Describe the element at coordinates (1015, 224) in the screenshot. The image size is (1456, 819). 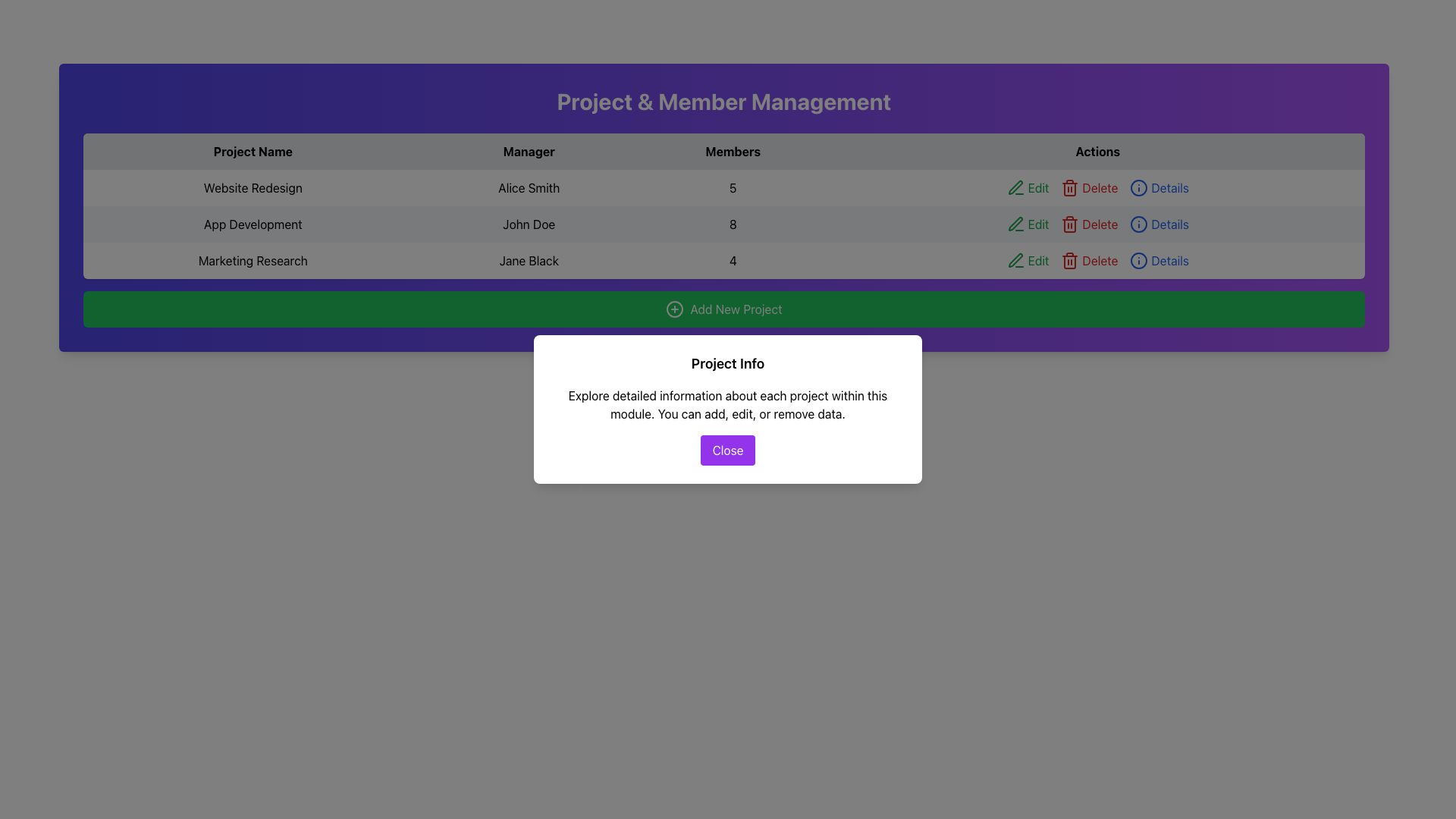
I see `the green pen icon button associated with the 'Edit' action in the 'Actions' column of the 'Project & Member Management' table for the 'App Development' project` at that location.